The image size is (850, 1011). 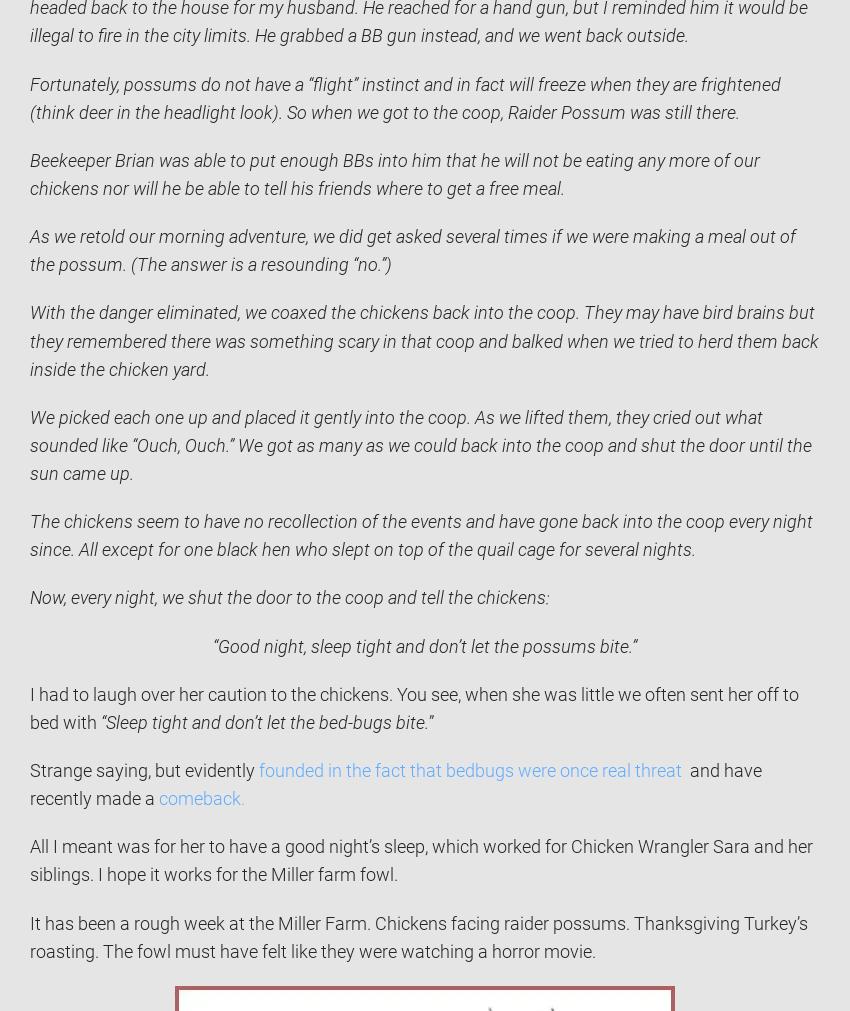 What do you see at coordinates (405, 96) in the screenshot?
I see `'Fortunately, possums do not have a “flight” instinct and in fact will freeze when they are frightened (think deer in the headlight look). So when we got to the coop, Raider Possum was still there.'` at bounding box center [405, 96].